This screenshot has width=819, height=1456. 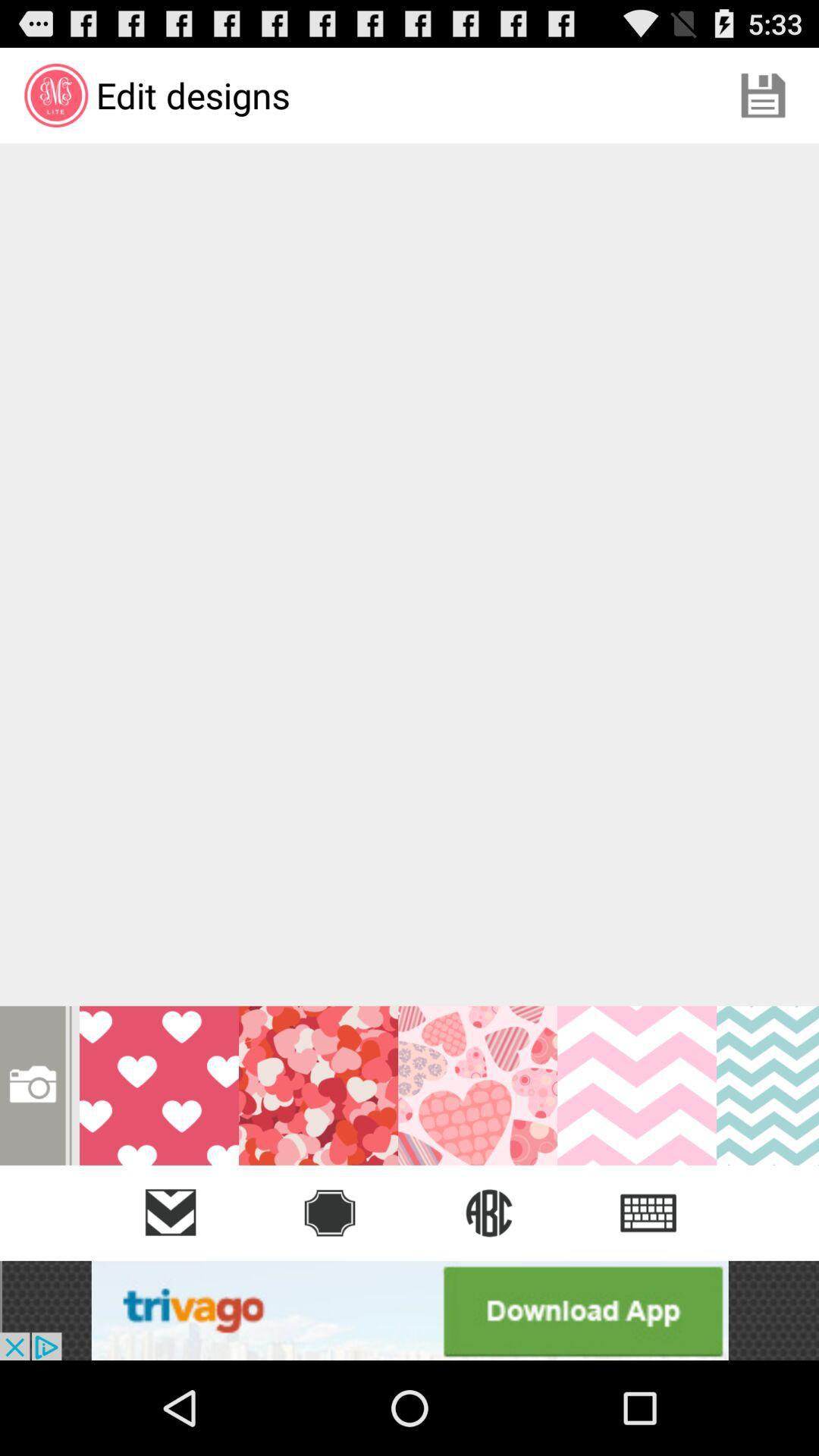 What do you see at coordinates (488, 1212) in the screenshot?
I see `the globe icon` at bounding box center [488, 1212].